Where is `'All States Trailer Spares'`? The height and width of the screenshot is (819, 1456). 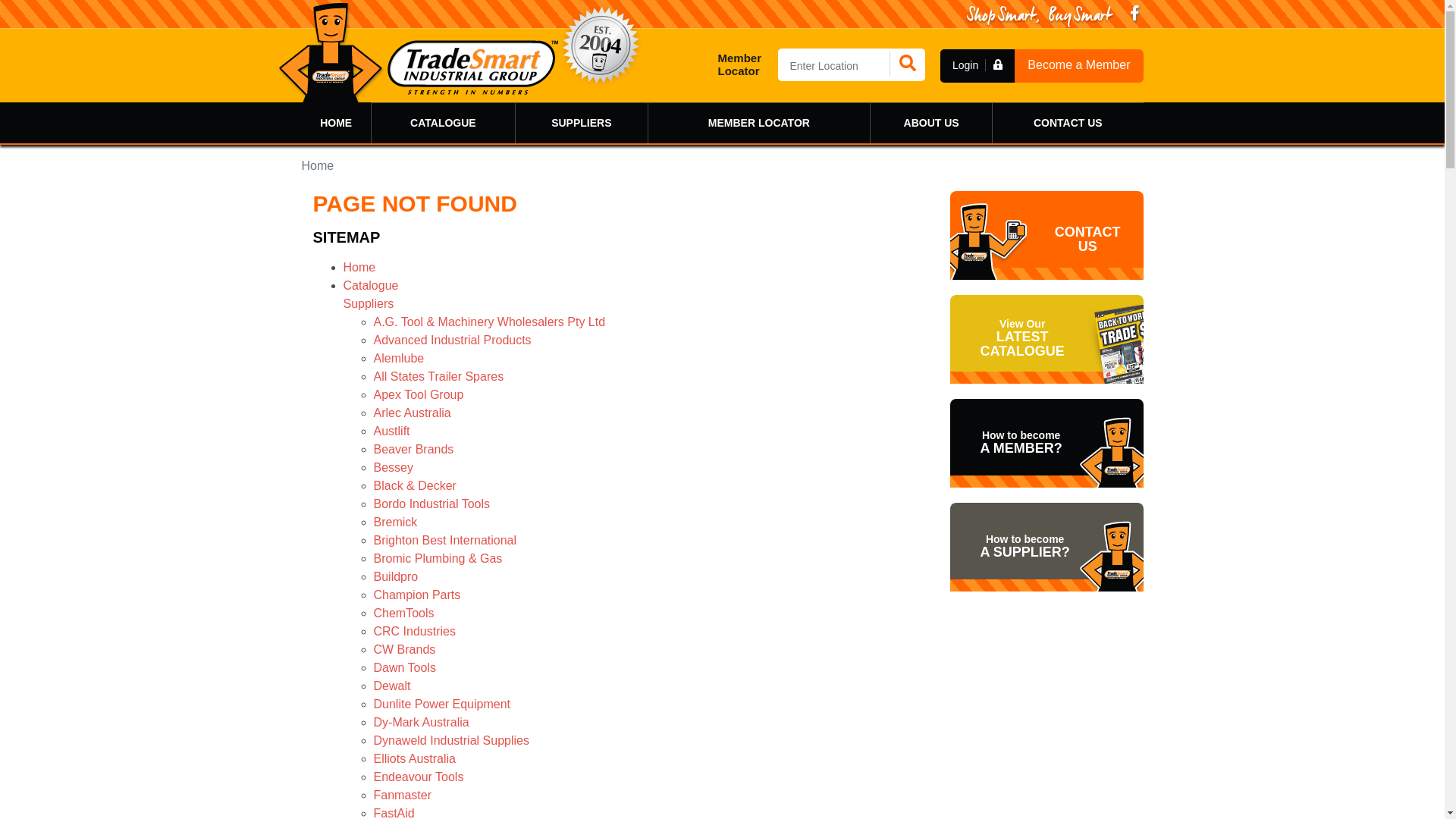 'All States Trailer Spares' is located at coordinates (437, 375).